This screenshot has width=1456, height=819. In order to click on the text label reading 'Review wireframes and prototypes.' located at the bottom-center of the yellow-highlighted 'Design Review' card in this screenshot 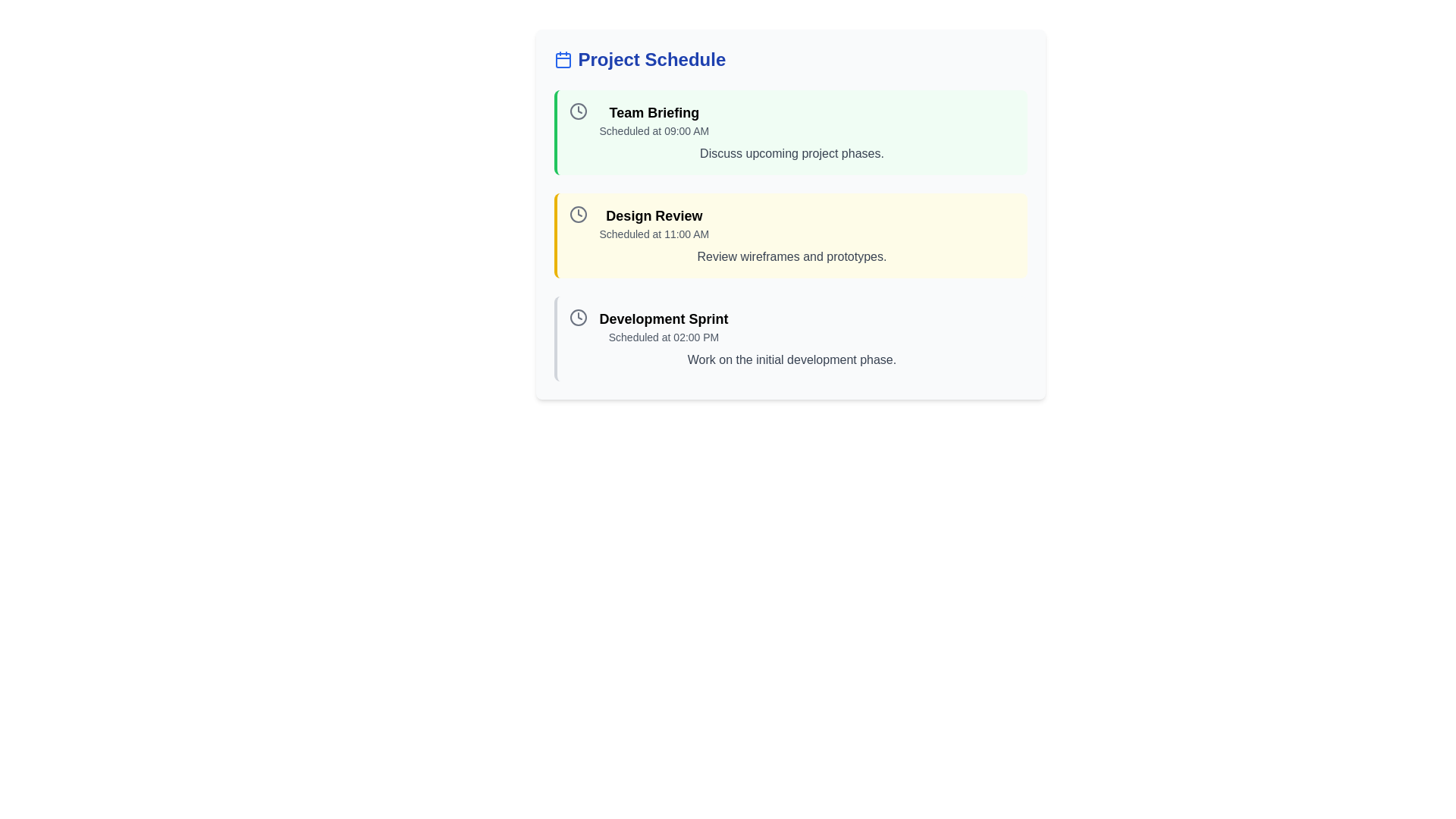, I will do `click(791, 256)`.